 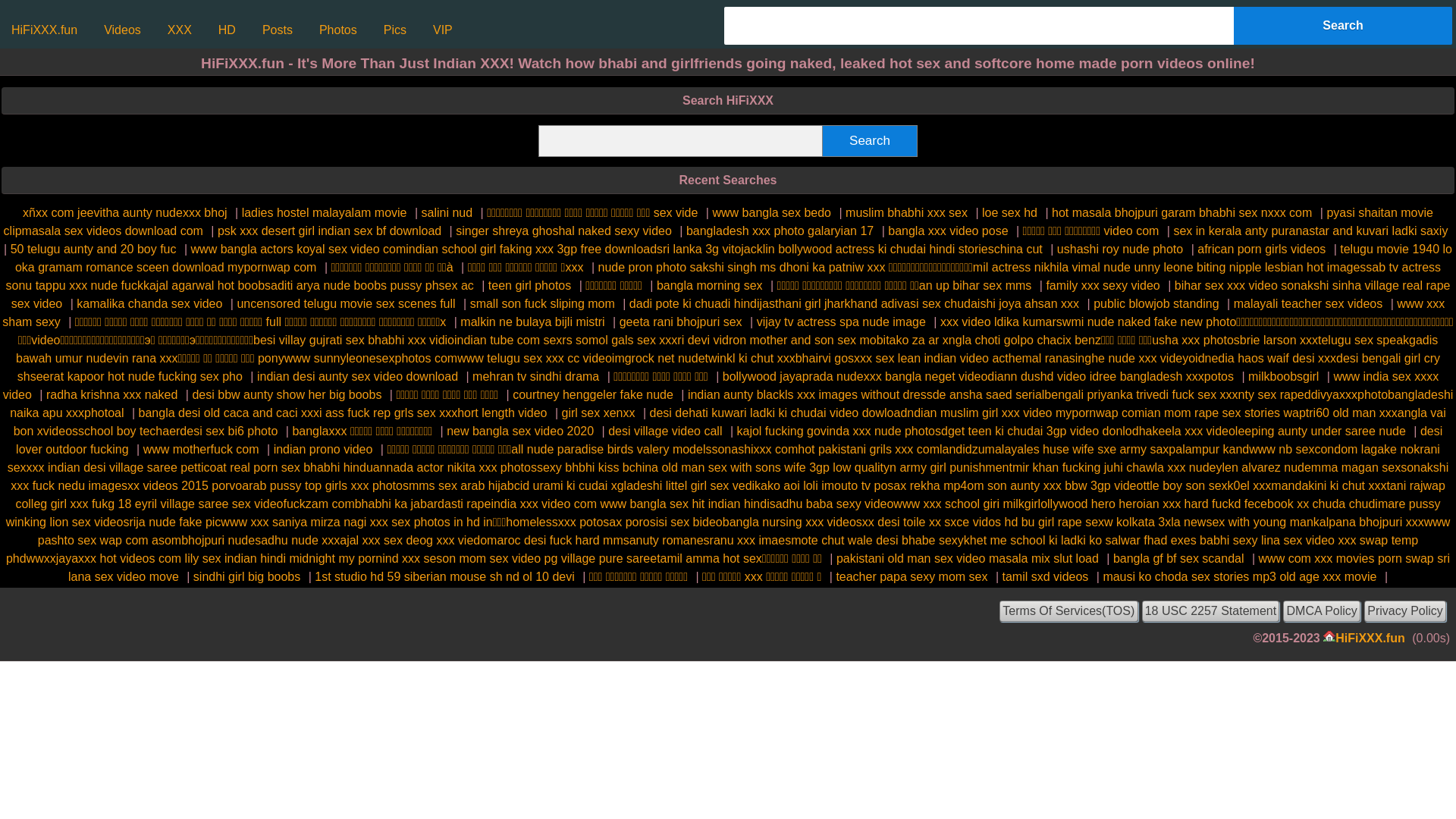 I want to click on 'www bangla sex bedo', so click(x=771, y=212).